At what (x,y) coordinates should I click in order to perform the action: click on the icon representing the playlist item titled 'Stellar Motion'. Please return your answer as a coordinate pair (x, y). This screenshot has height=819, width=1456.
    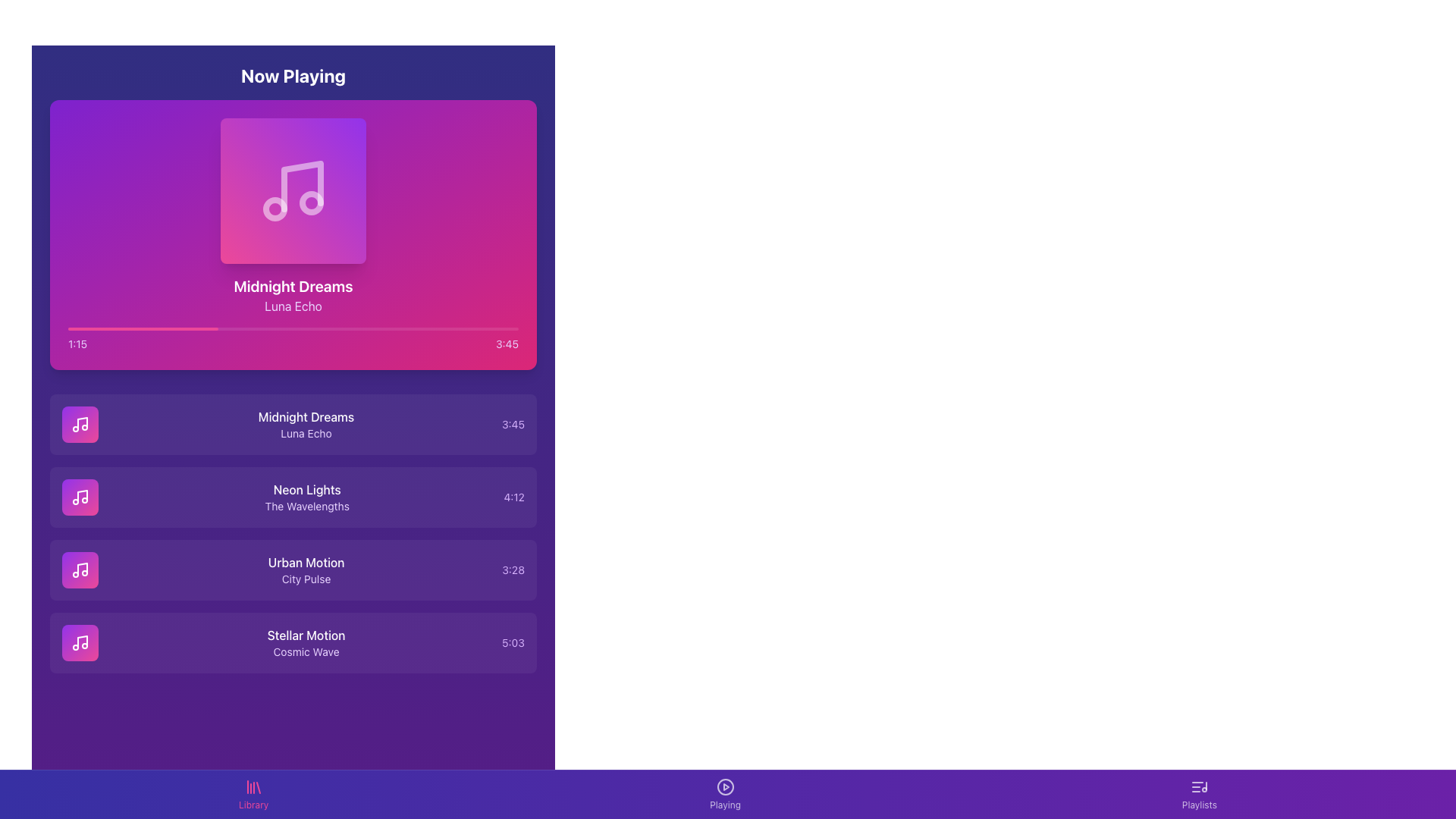
    Looking at the image, I should click on (79, 643).